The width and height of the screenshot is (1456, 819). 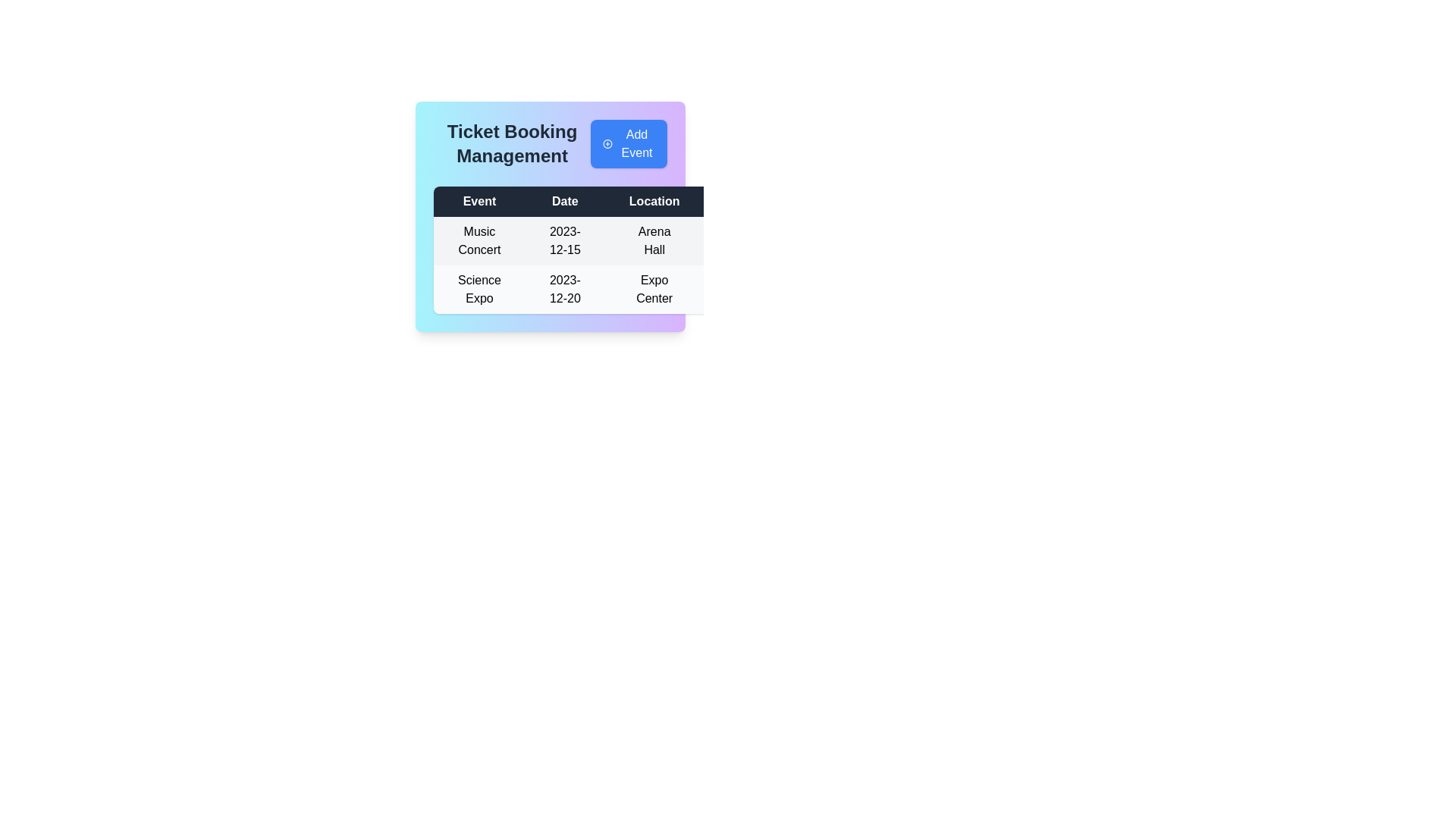 What do you see at coordinates (607, 143) in the screenshot?
I see `the icon that represents the action of adding an event, located at the leftmost side of the 'Add Event' button` at bounding box center [607, 143].